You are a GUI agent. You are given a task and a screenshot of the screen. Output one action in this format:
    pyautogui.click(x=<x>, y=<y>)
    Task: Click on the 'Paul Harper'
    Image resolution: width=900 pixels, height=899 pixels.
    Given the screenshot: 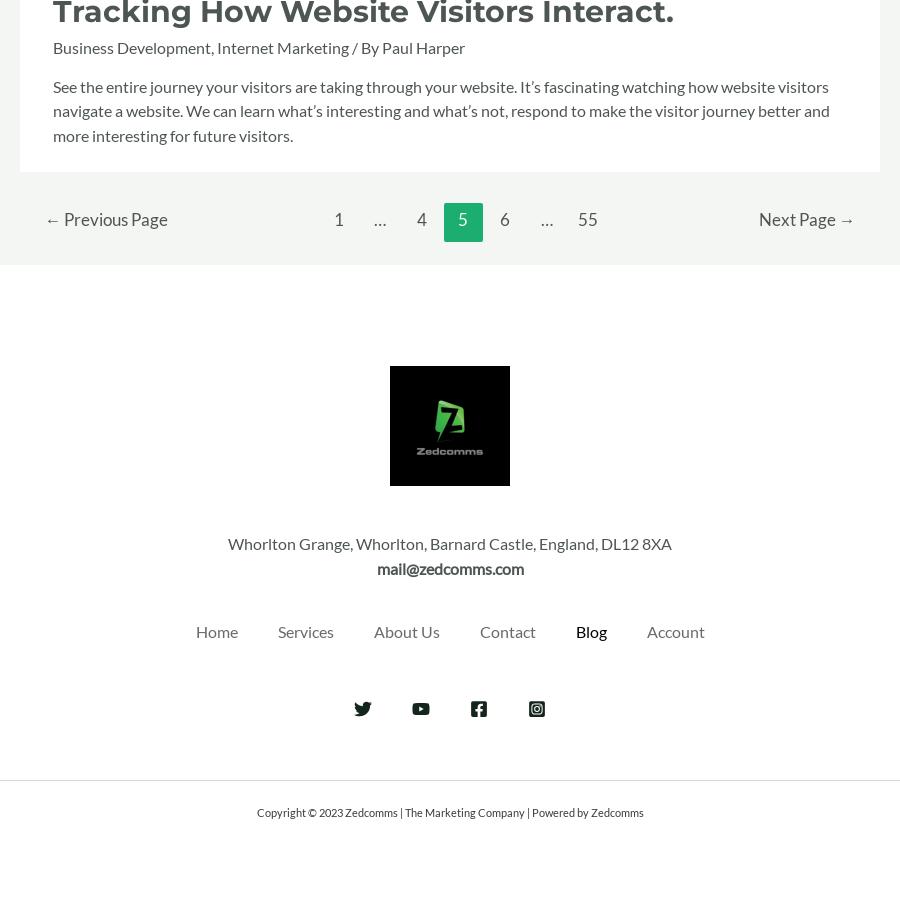 What is the action you would take?
    pyautogui.click(x=423, y=46)
    